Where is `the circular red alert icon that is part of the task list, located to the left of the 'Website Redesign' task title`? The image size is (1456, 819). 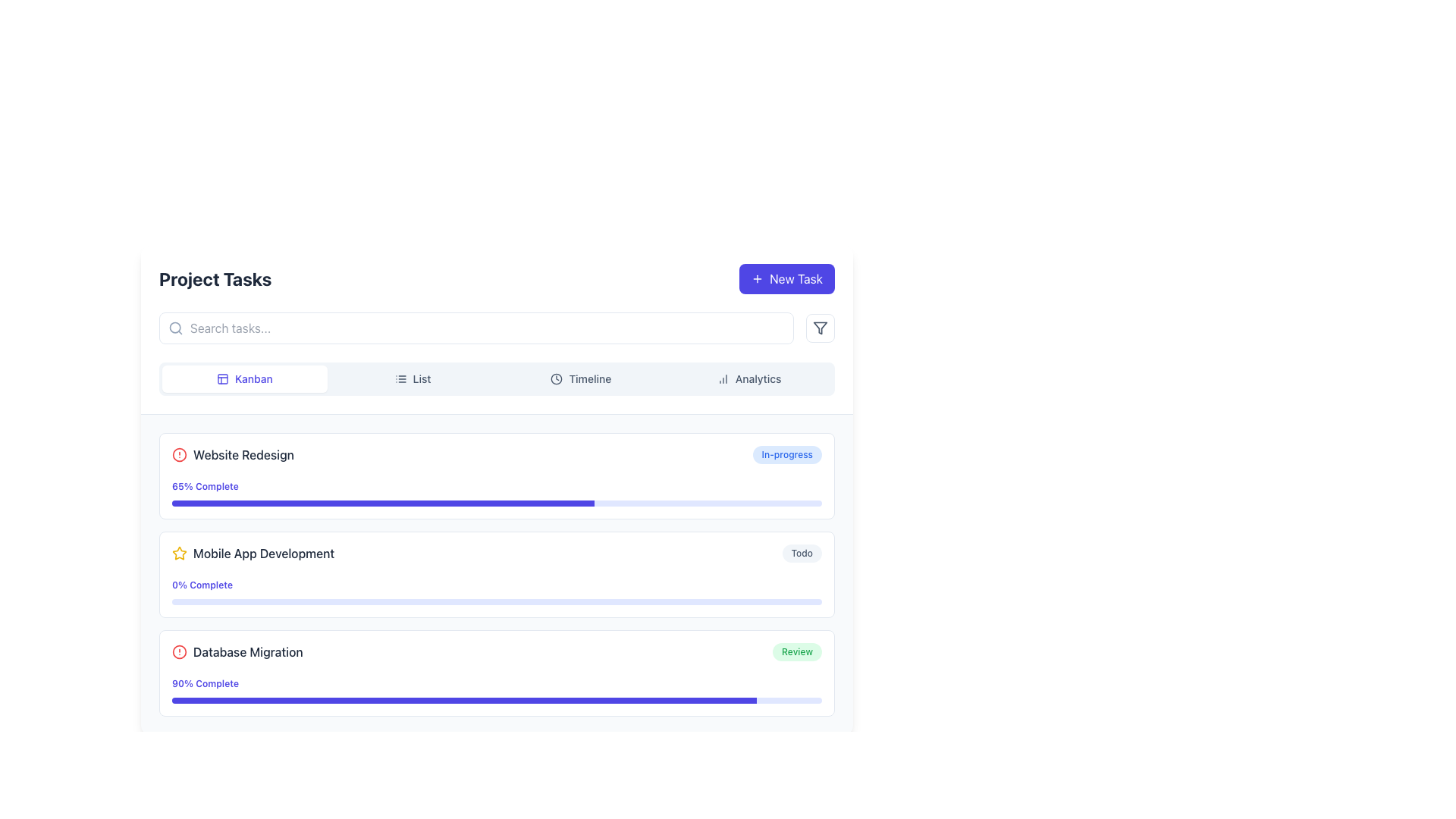
the circular red alert icon that is part of the task list, located to the left of the 'Website Redesign' task title is located at coordinates (179, 454).